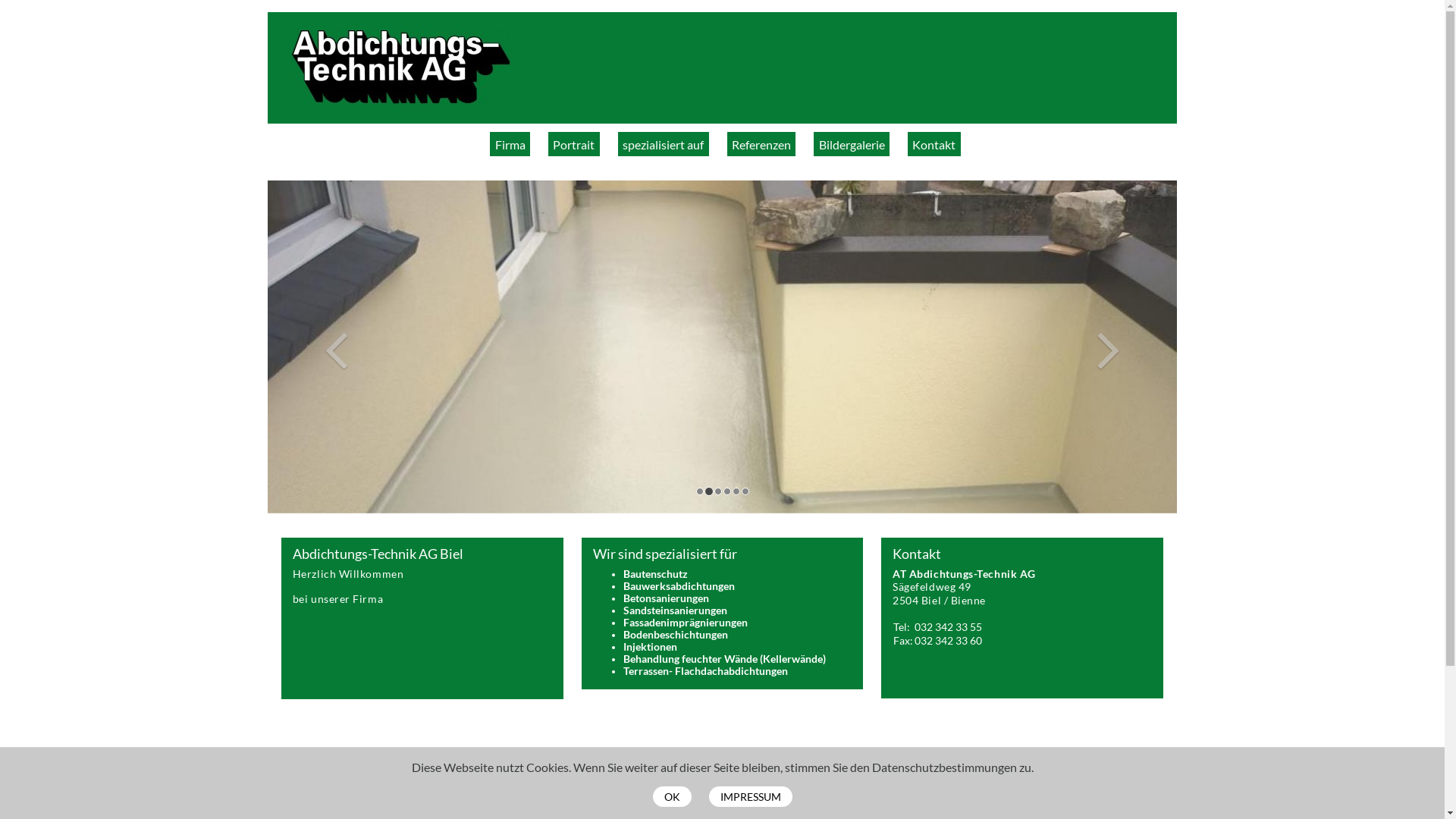 The height and width of the screenshot is (819, 1456). Describe the element at coordinates (852, 143) in the screenshot. I see `'Bildergalerie'` at that location.